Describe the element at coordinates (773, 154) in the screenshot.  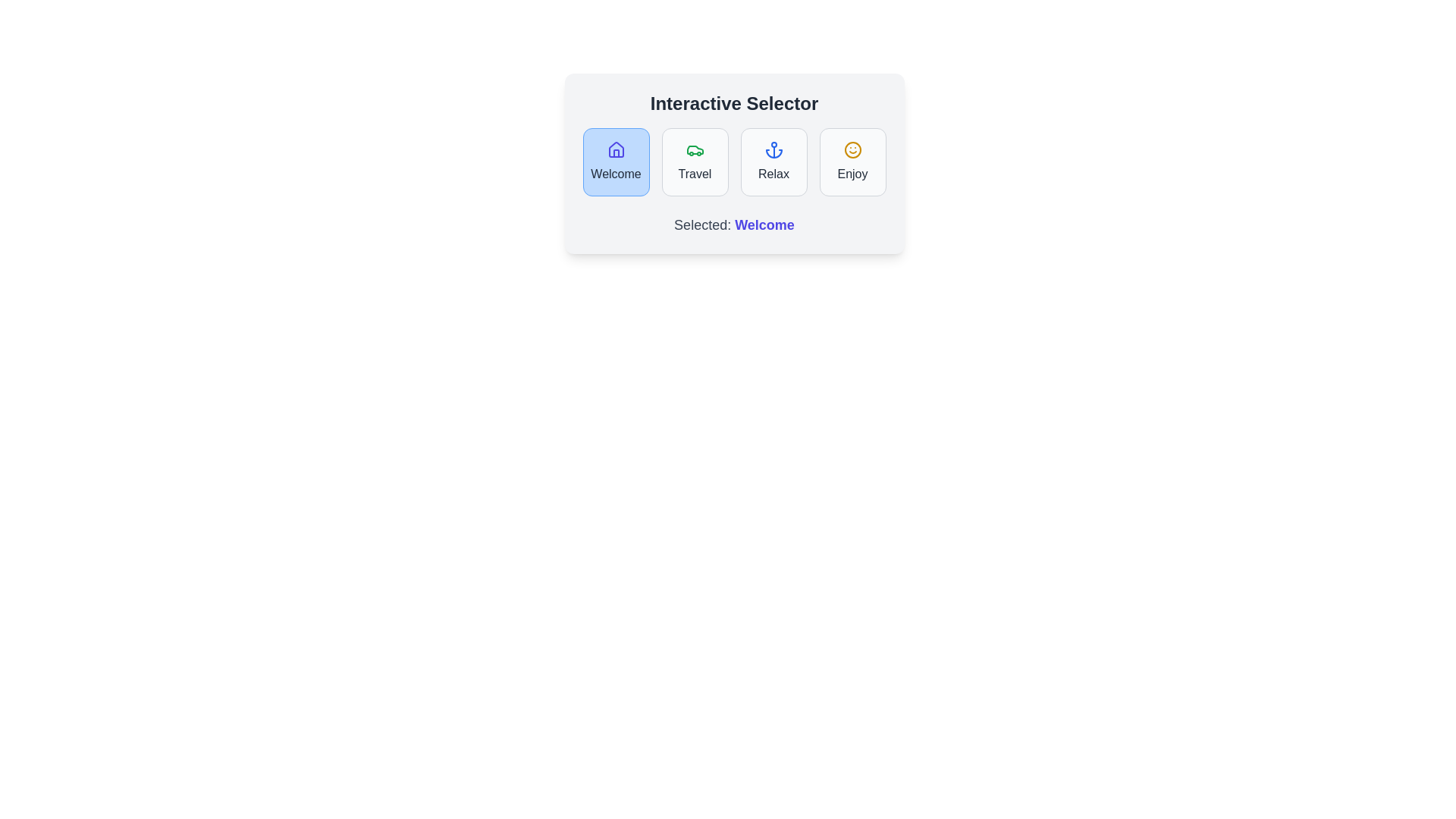
I see `the 'Relax' icon, which is a decorative vector graphic in the SVG, located to the right of the 'Welcome' icon` at that location.